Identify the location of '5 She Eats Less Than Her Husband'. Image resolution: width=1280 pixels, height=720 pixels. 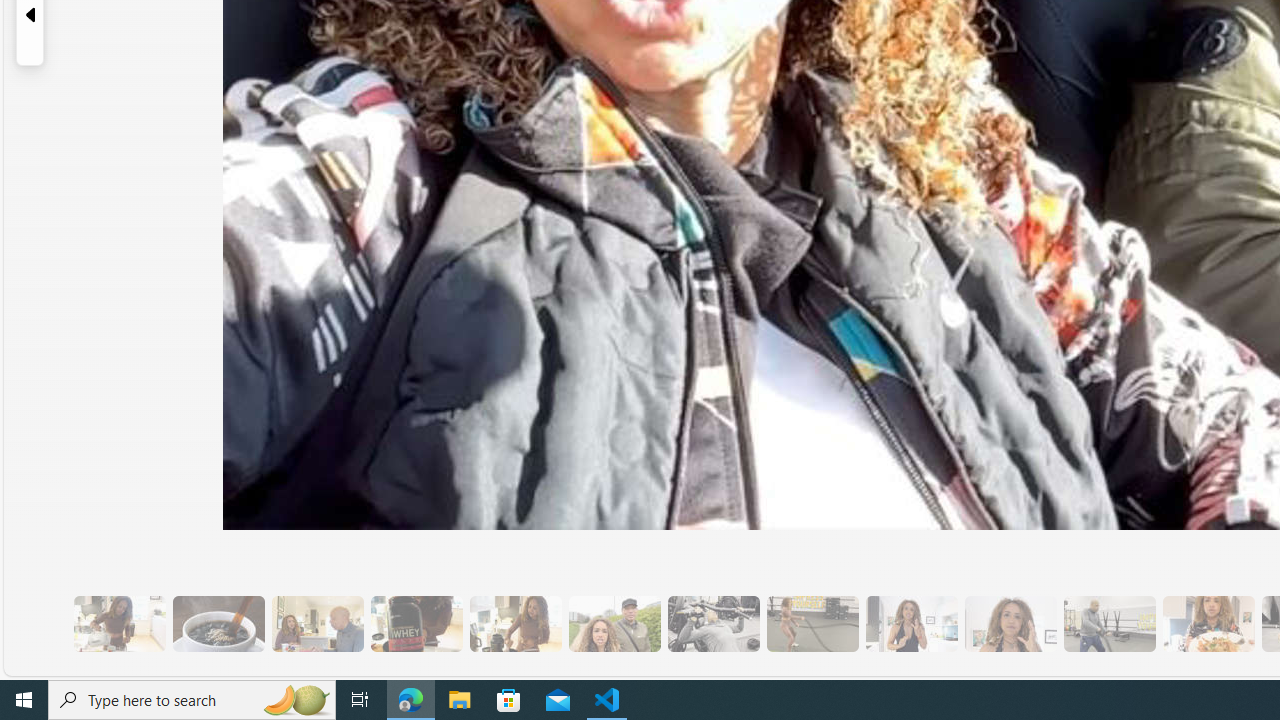
(316, 623).